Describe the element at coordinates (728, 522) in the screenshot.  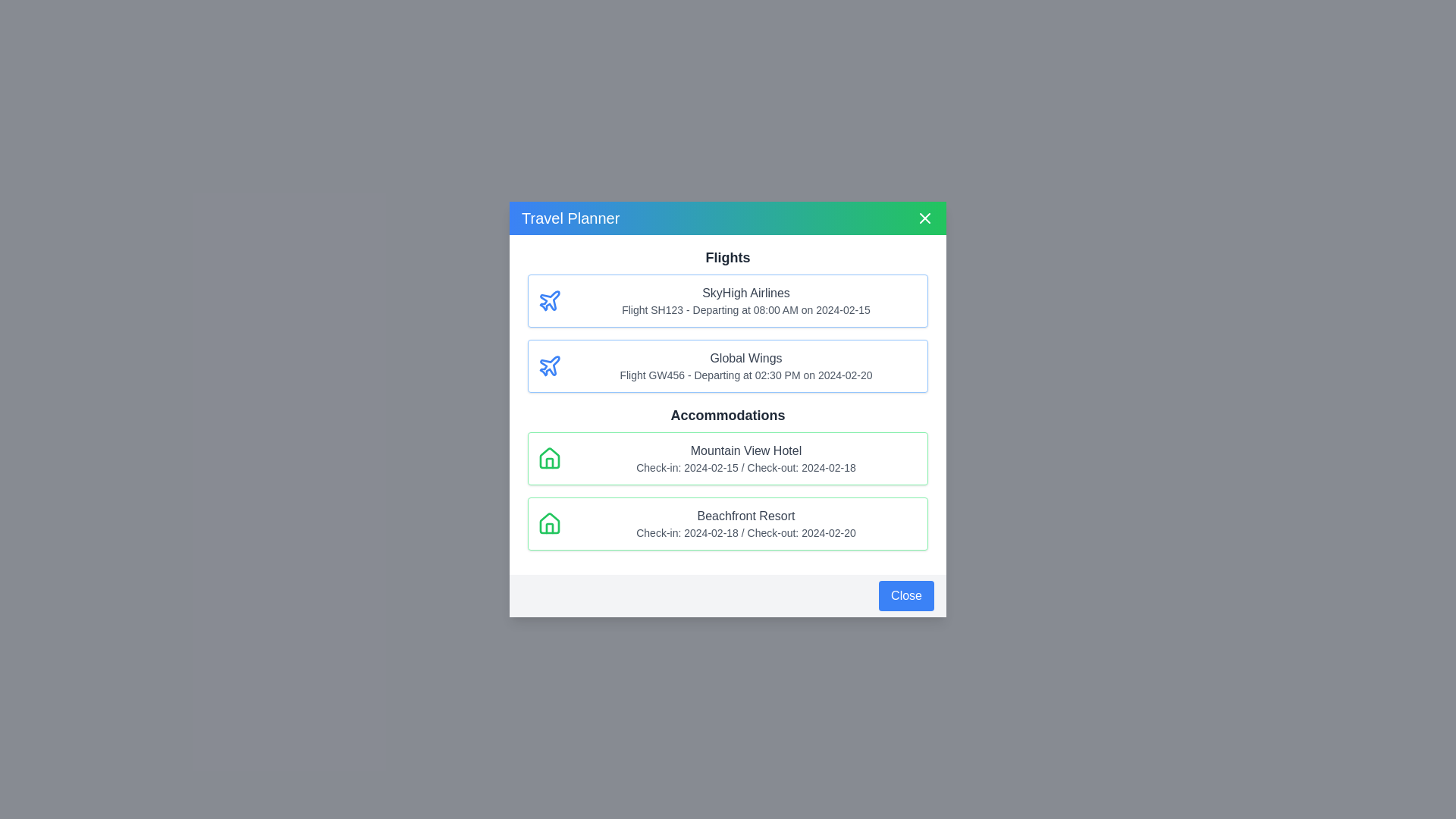
I see `the list item component labeled 'Beachfront Resort' with a light green border and a green house icon` at that location.